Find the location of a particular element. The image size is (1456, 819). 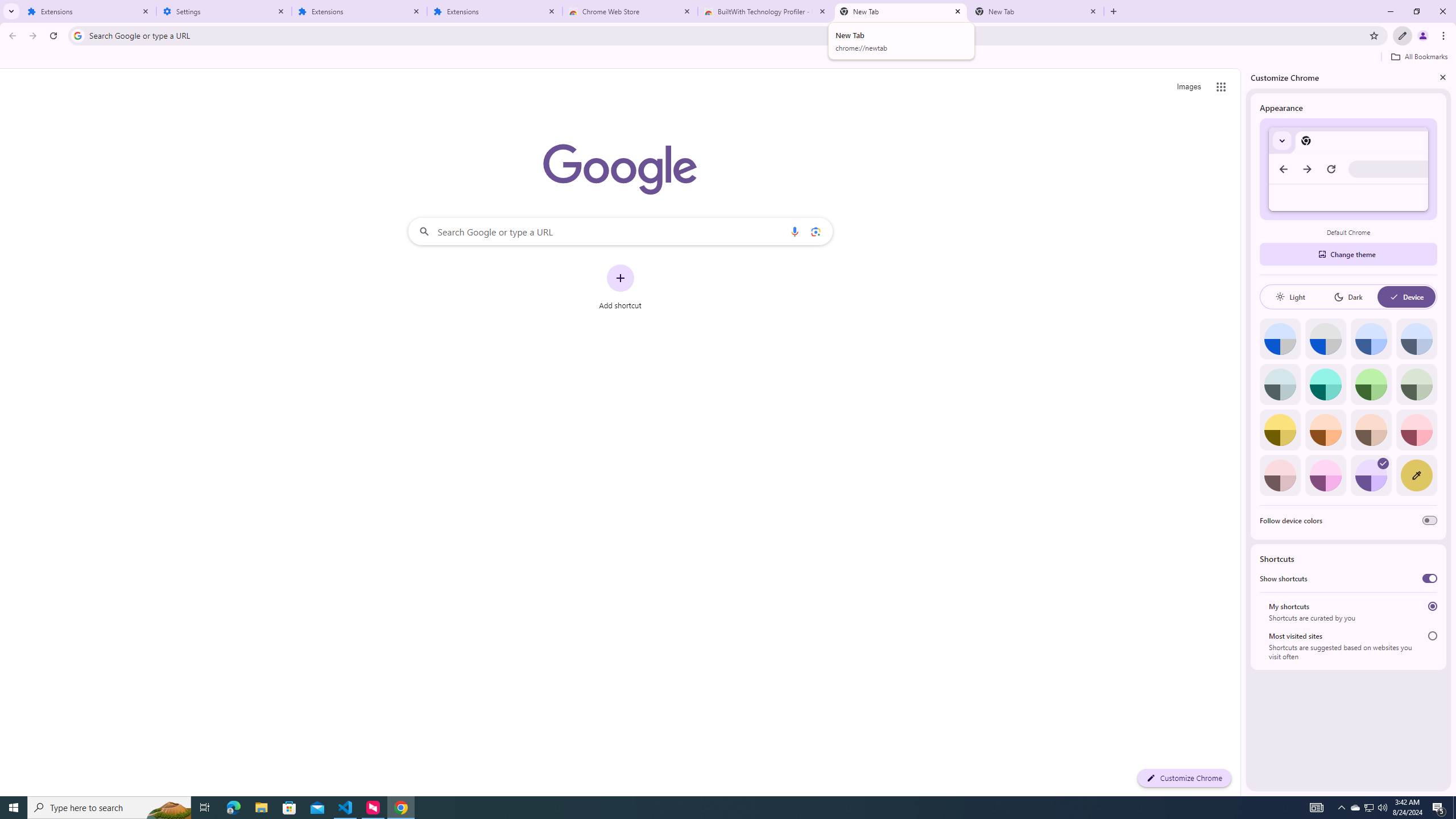

'Blue' is located at coordinates (1371, 338).